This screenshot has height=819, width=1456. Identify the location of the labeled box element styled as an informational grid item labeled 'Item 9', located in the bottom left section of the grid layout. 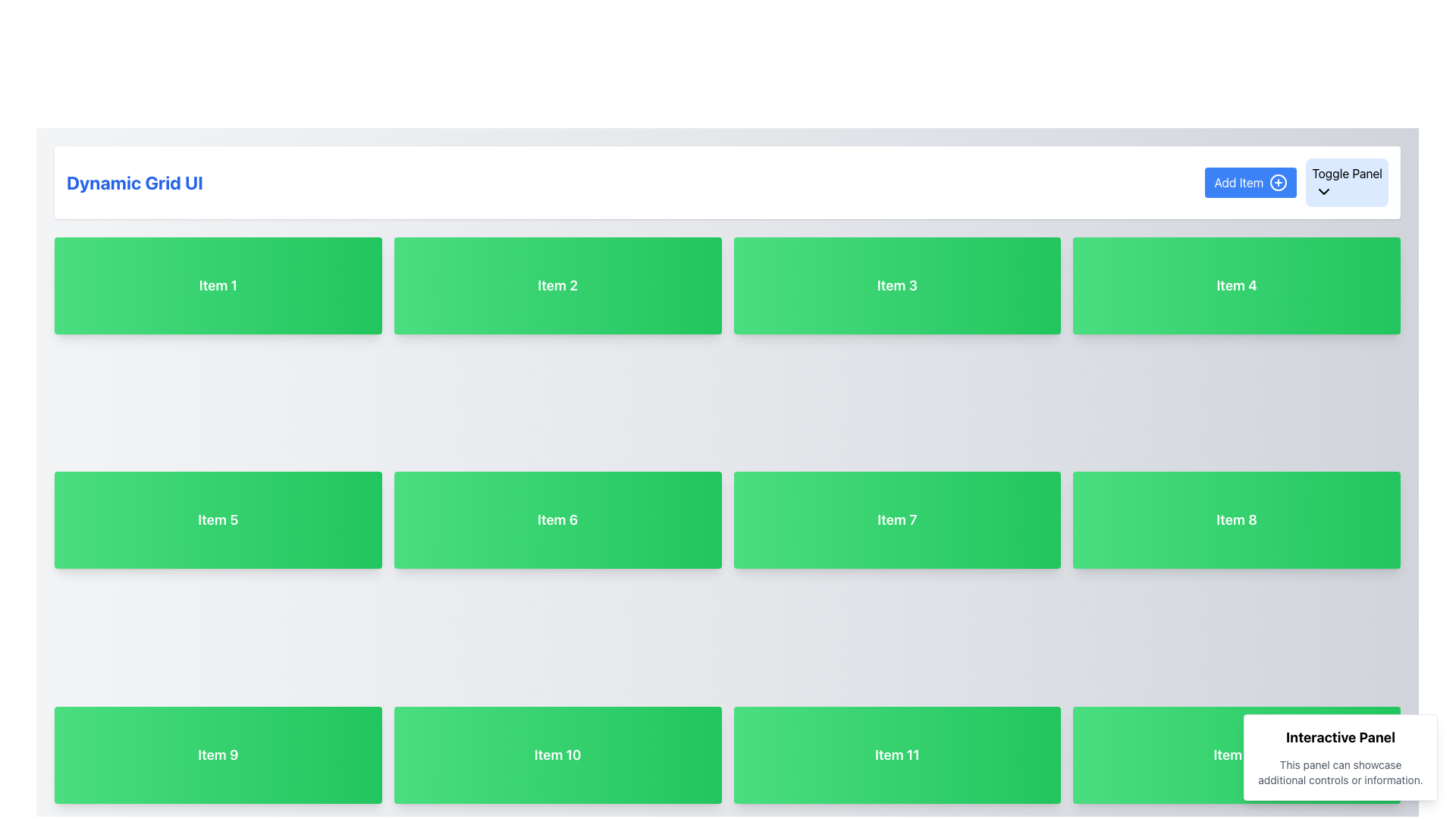
(217, 755).